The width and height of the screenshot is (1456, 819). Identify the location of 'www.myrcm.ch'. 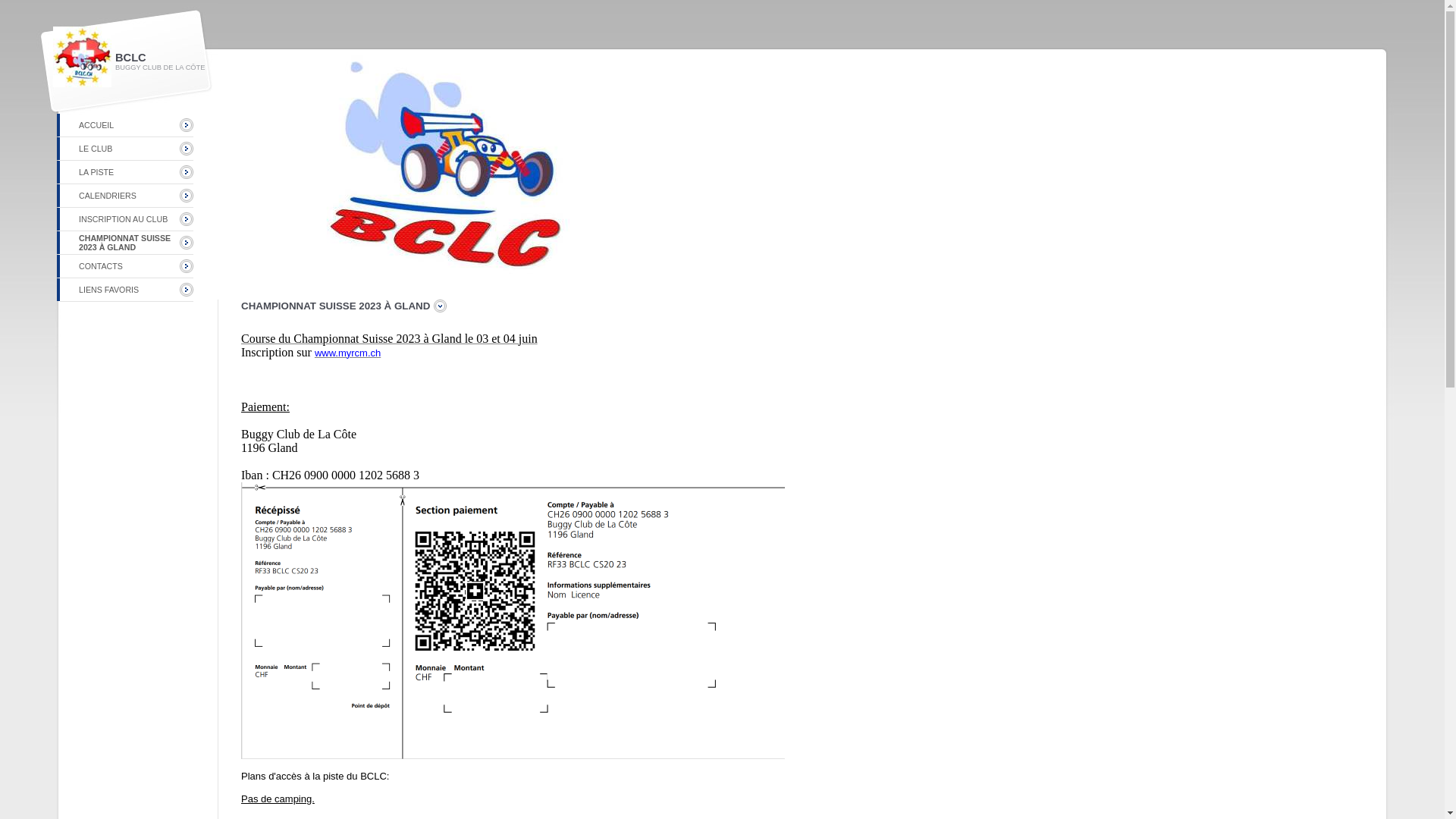
(347, 353).